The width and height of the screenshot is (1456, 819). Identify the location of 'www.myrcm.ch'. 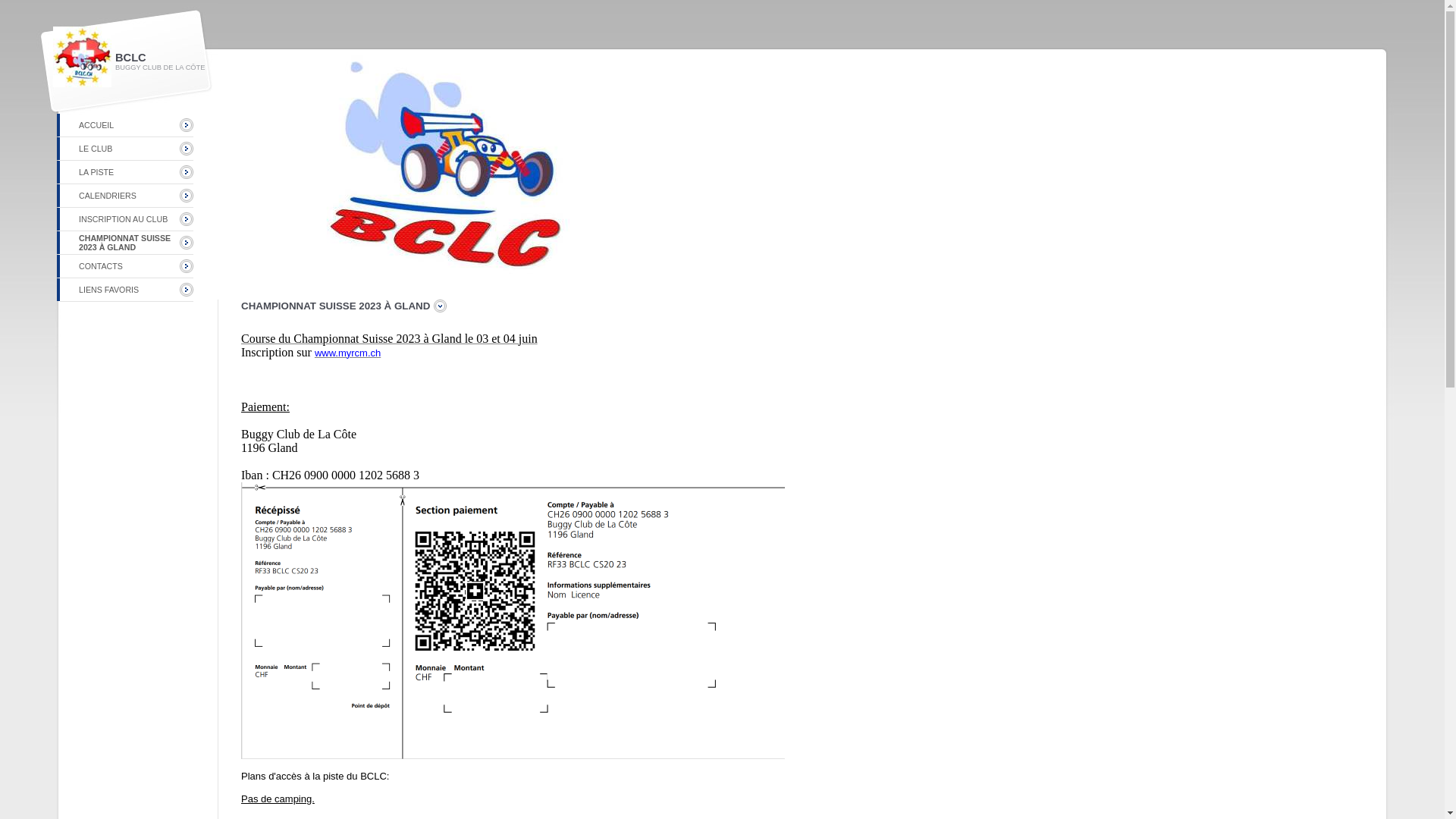
(347, 353).